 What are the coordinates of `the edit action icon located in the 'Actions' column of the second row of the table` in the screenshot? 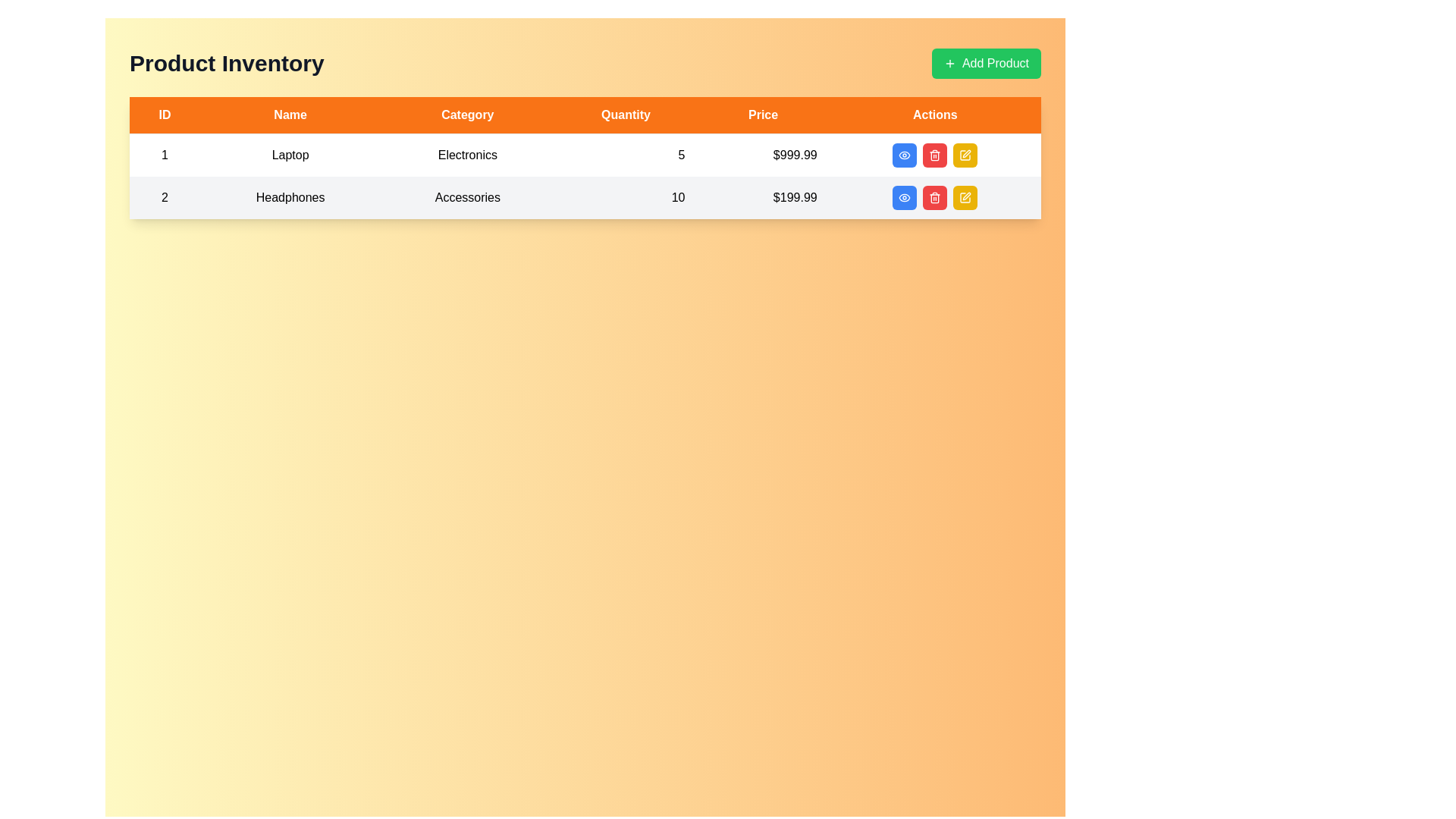 It's located at (966, 154).